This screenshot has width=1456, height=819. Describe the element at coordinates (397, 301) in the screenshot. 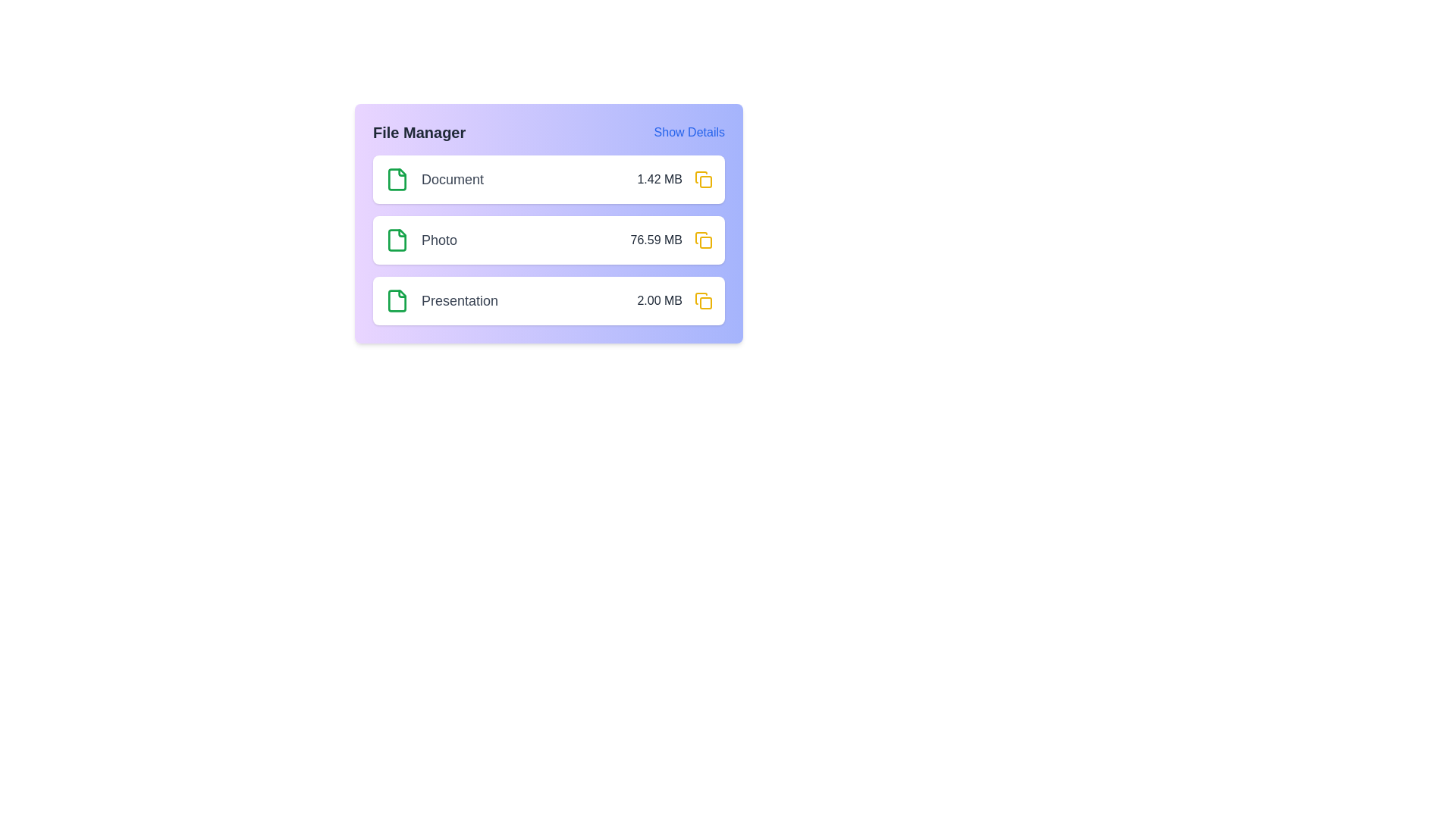

I see `the 'Presentation' file icon` at that location.